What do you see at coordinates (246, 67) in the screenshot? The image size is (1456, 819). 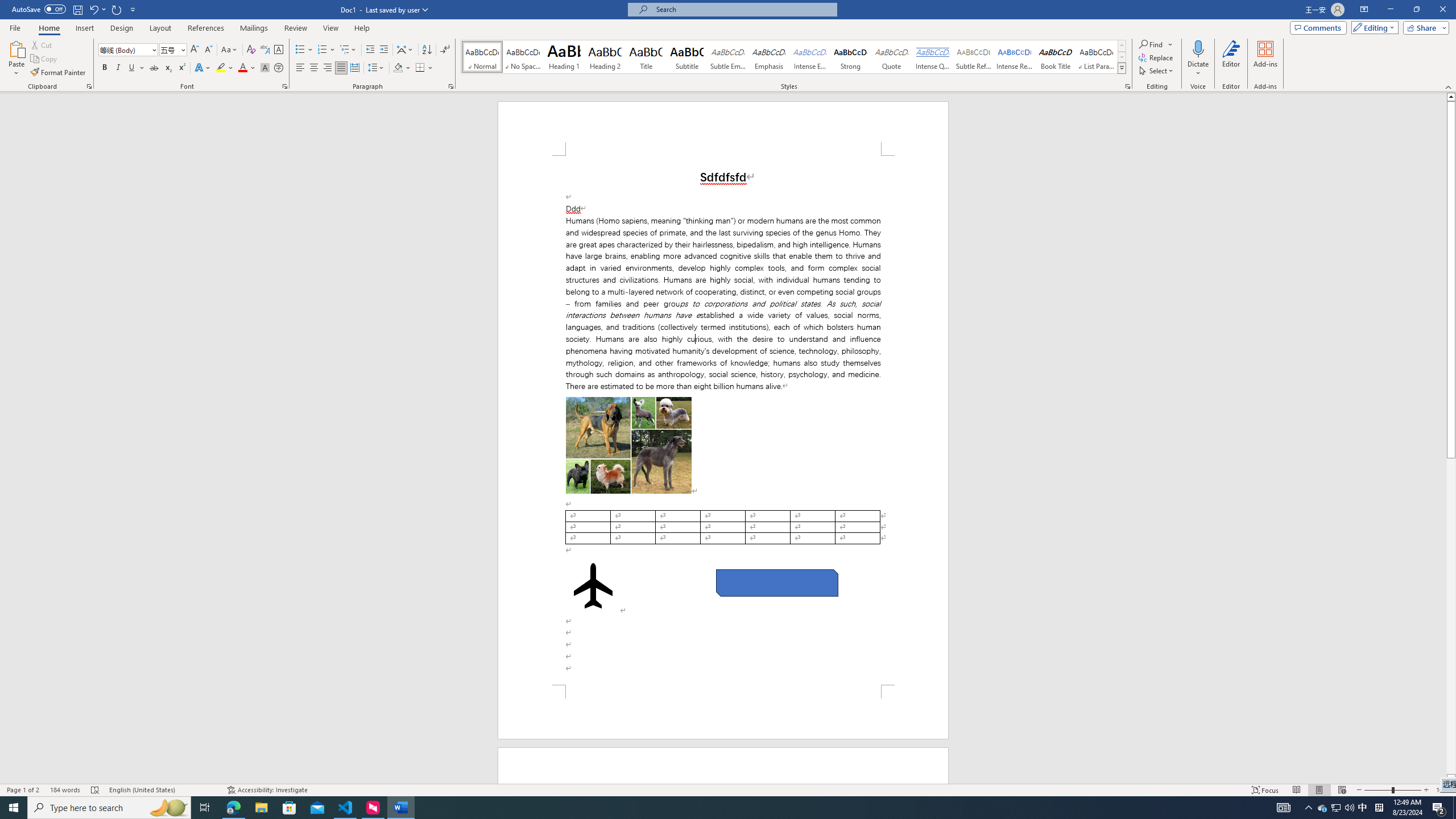 I see `'Font Color'` at bounding box center [246, 67].